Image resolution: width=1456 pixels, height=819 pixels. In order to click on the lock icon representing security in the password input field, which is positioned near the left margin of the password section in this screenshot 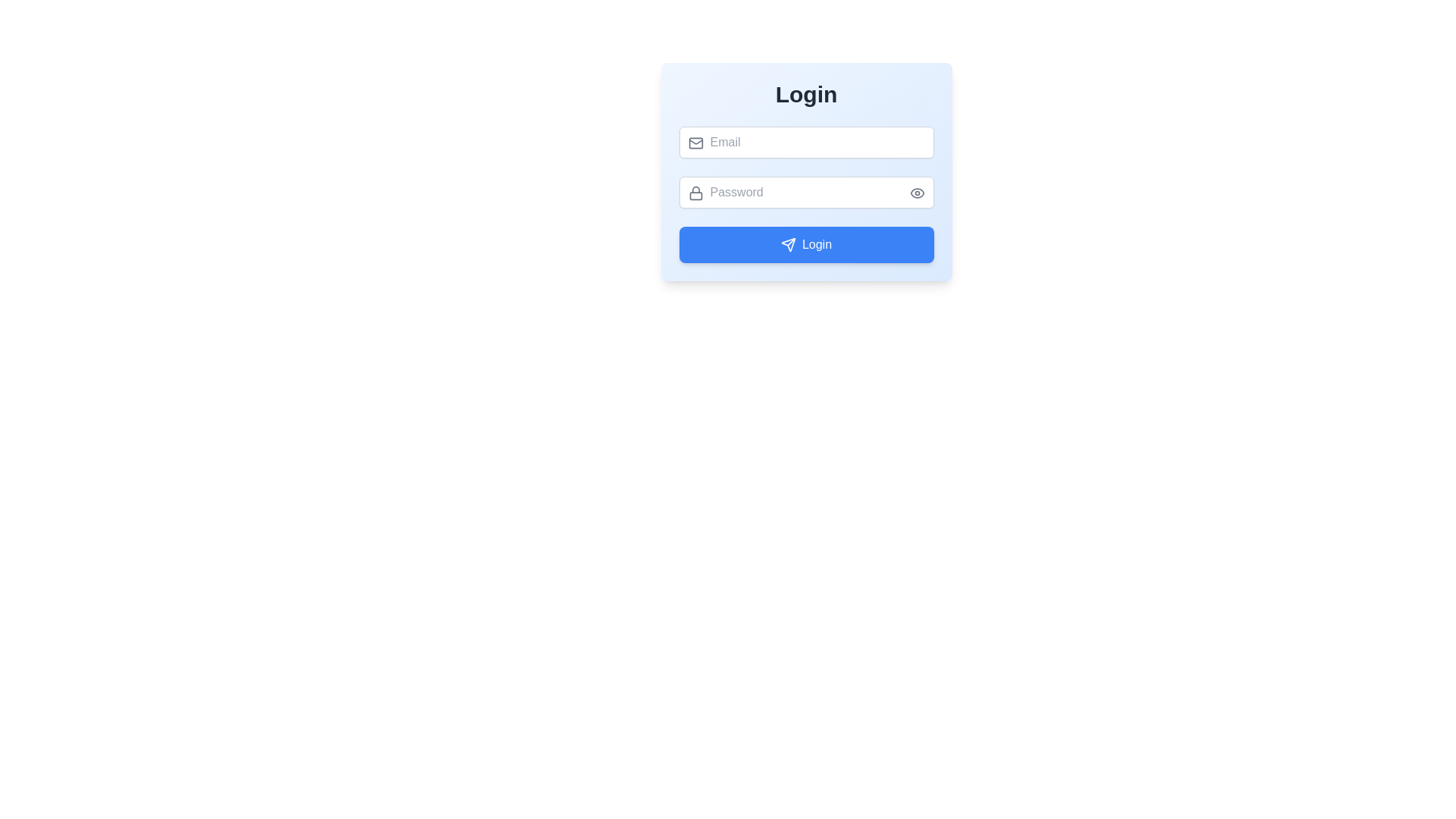, I will do `click(695, 192)`.